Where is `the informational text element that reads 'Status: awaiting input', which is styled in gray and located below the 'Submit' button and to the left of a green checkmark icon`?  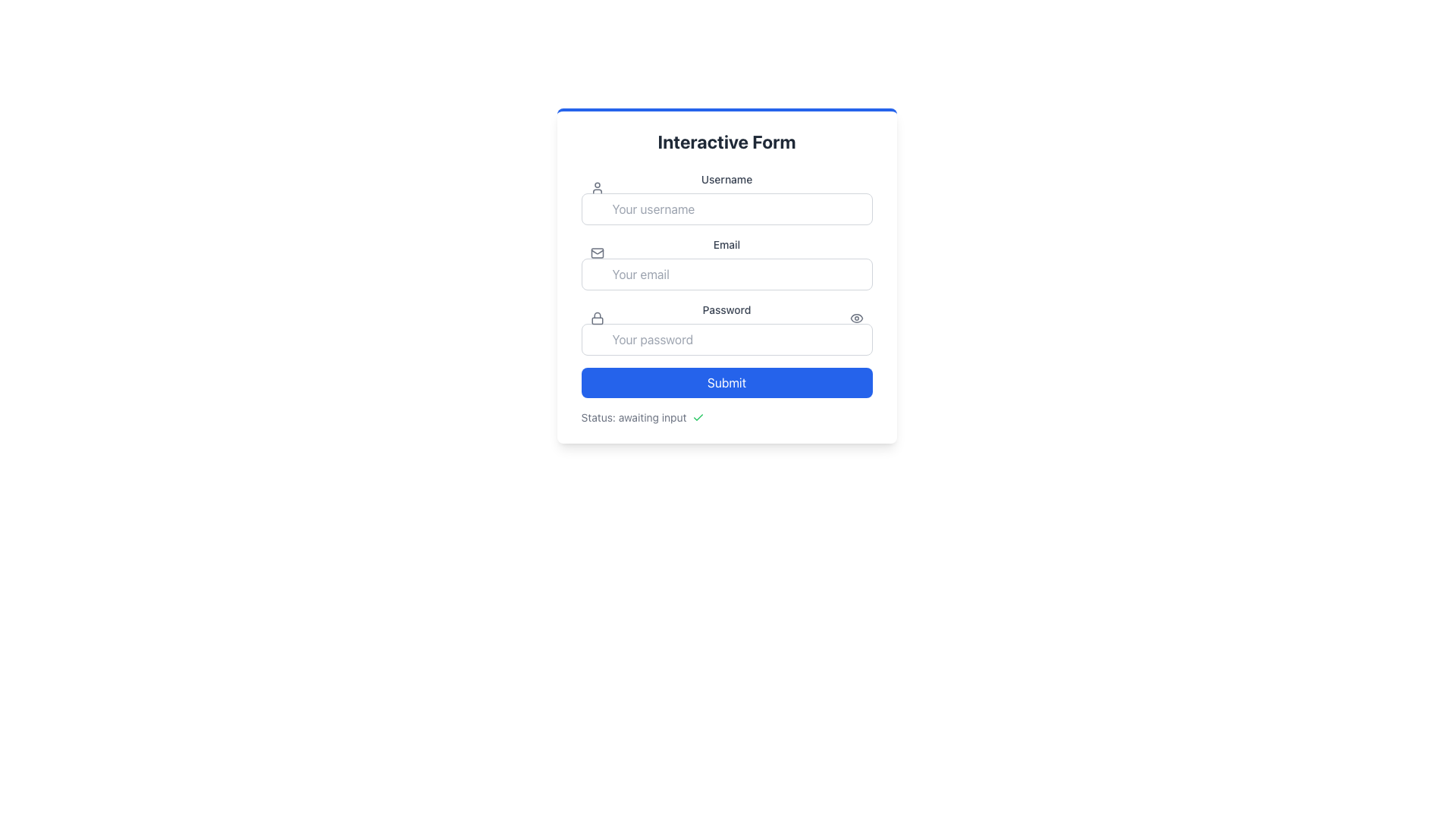 the informational text element that reads 'Status: awaiting input', which is styled in gray and located below the 'Submit' button and to the left of a green checkmark icon is located at coordinates (633, 418).